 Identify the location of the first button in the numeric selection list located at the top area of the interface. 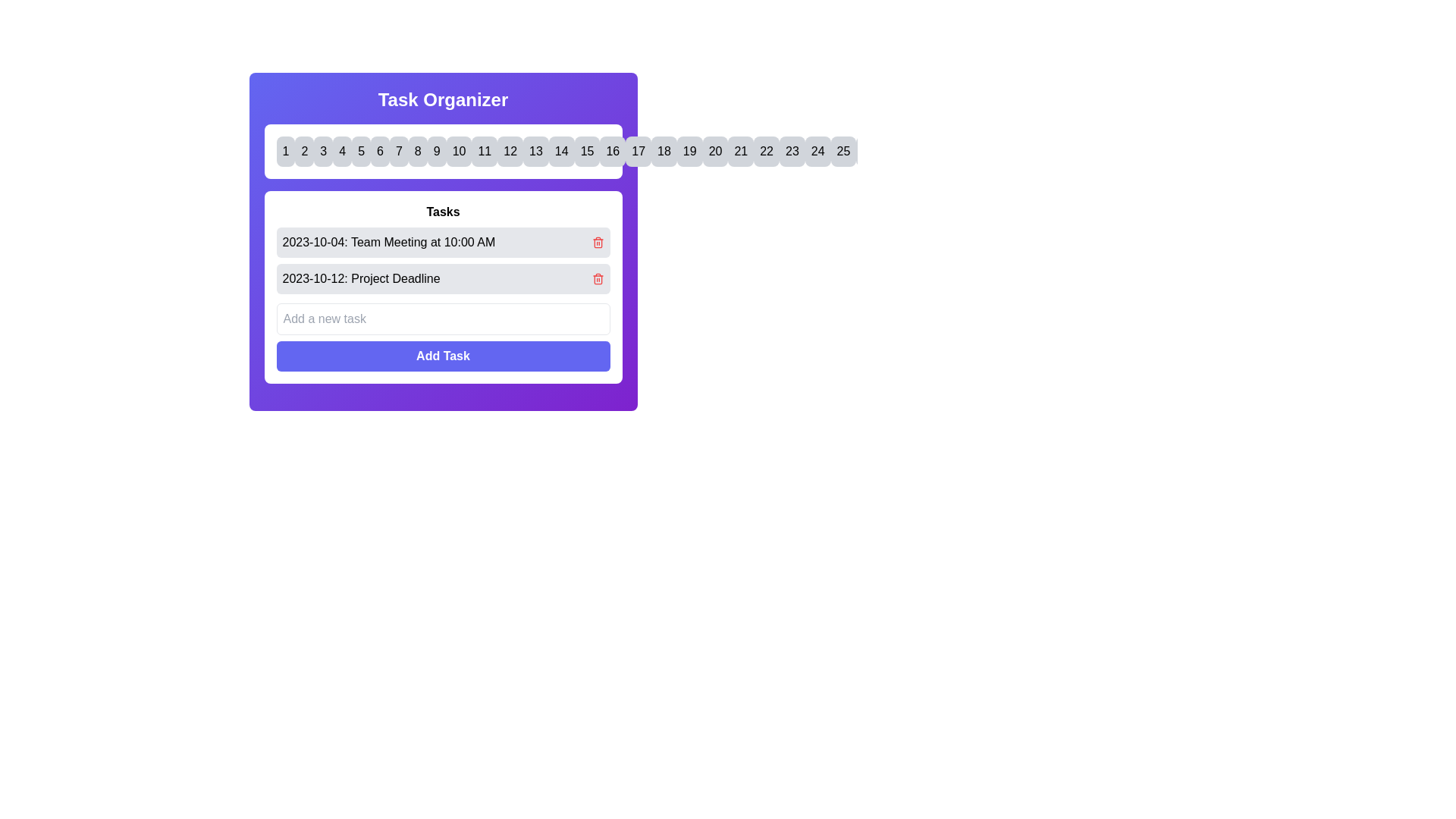
(285, 152).